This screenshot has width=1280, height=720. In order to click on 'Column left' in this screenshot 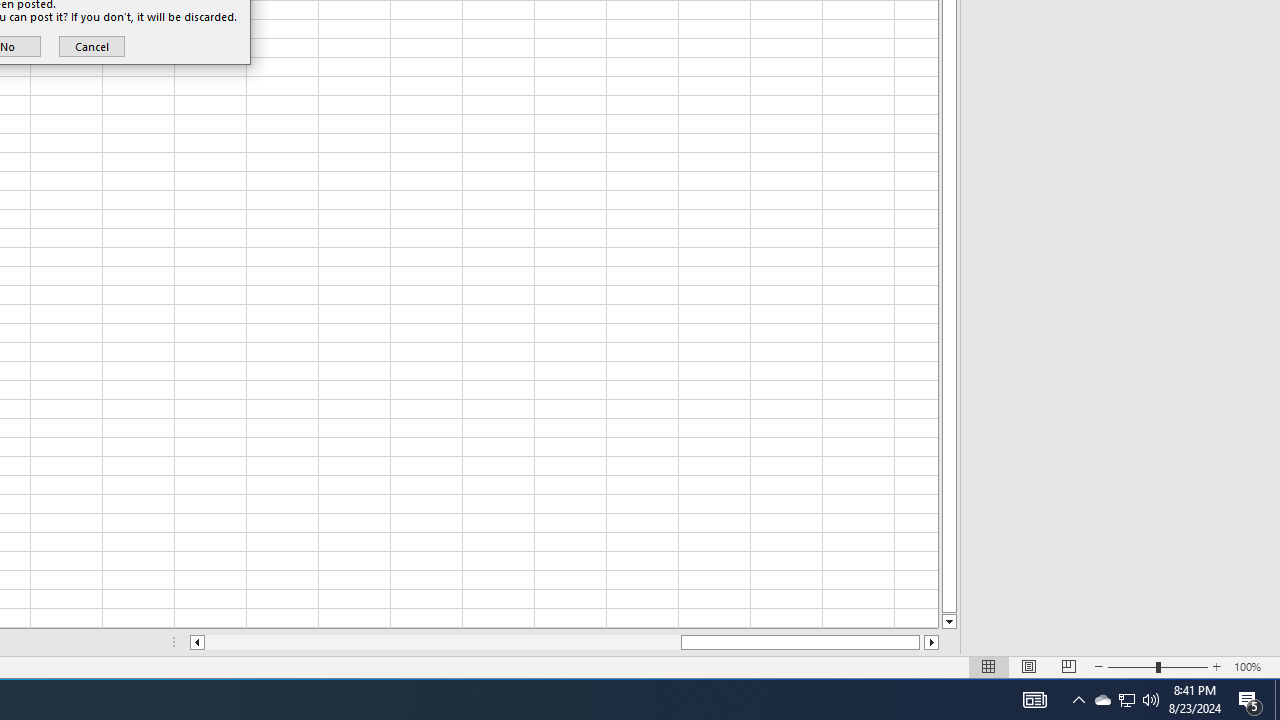, I will do `click(196, 642)`.